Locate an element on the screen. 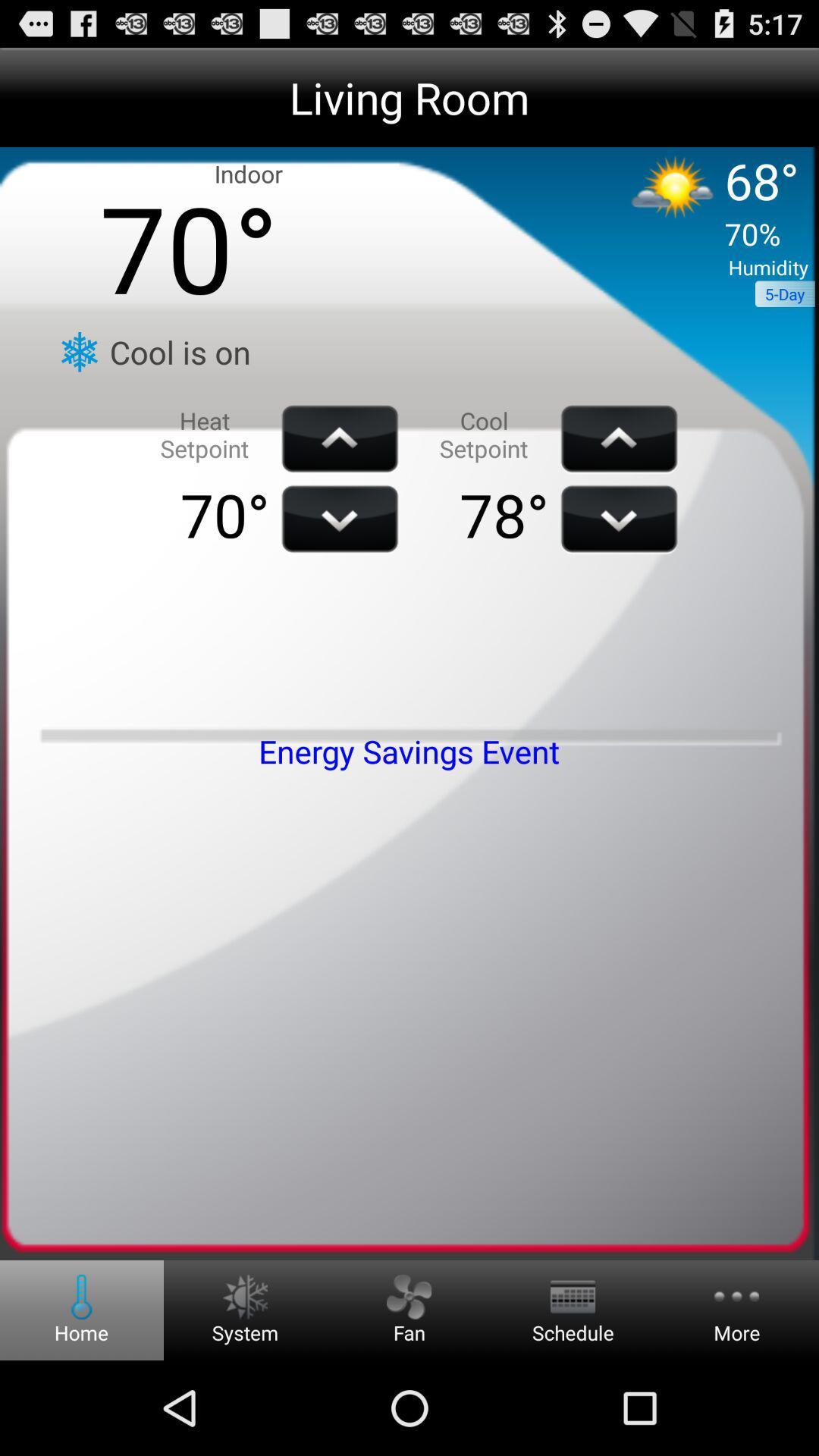  icon before cool text below 70 is located at coordinates (79, 351).